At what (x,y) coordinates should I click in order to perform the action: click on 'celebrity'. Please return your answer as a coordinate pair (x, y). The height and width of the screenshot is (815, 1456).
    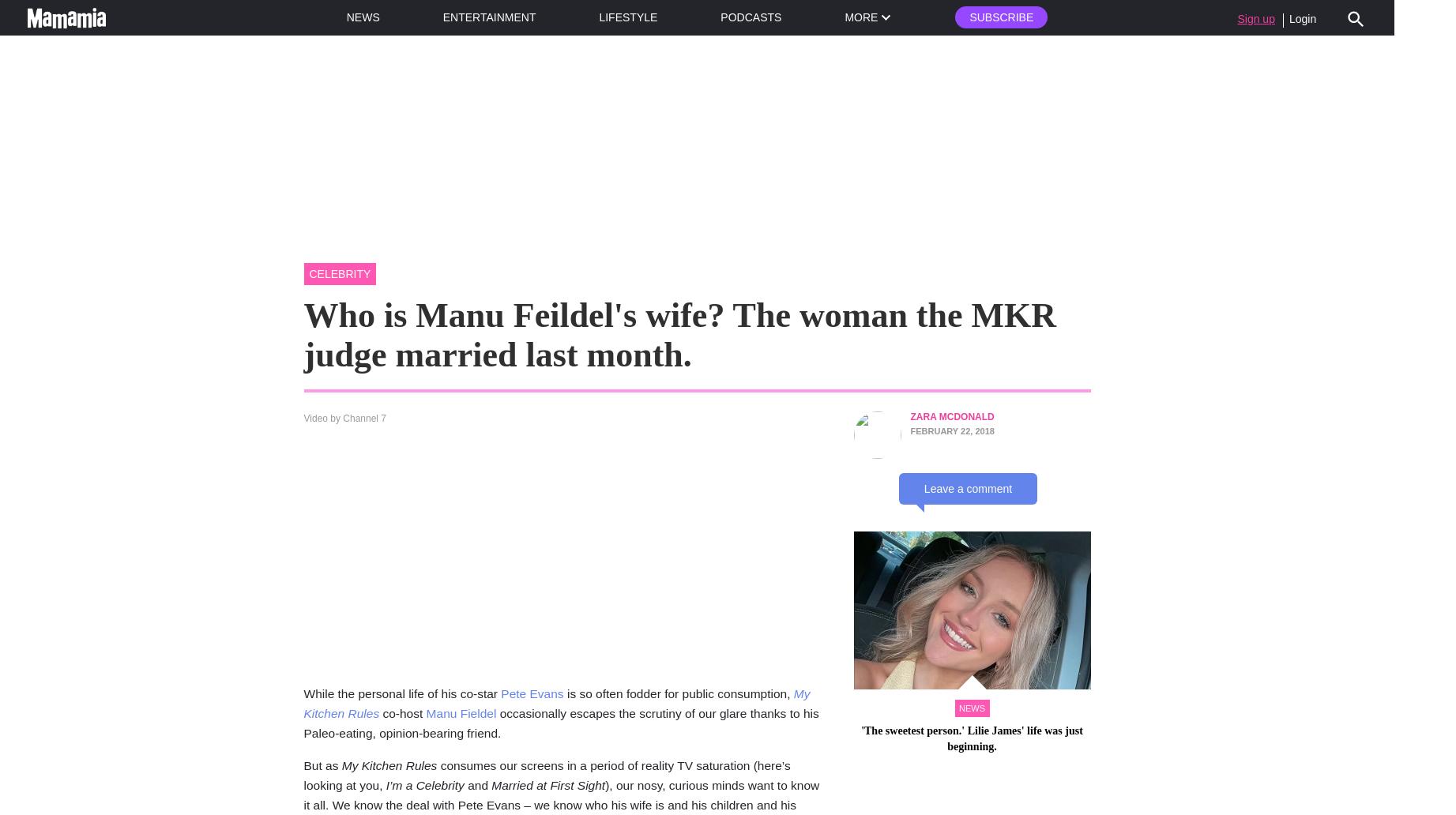
    Looking at the image, I should click on (339, 273).